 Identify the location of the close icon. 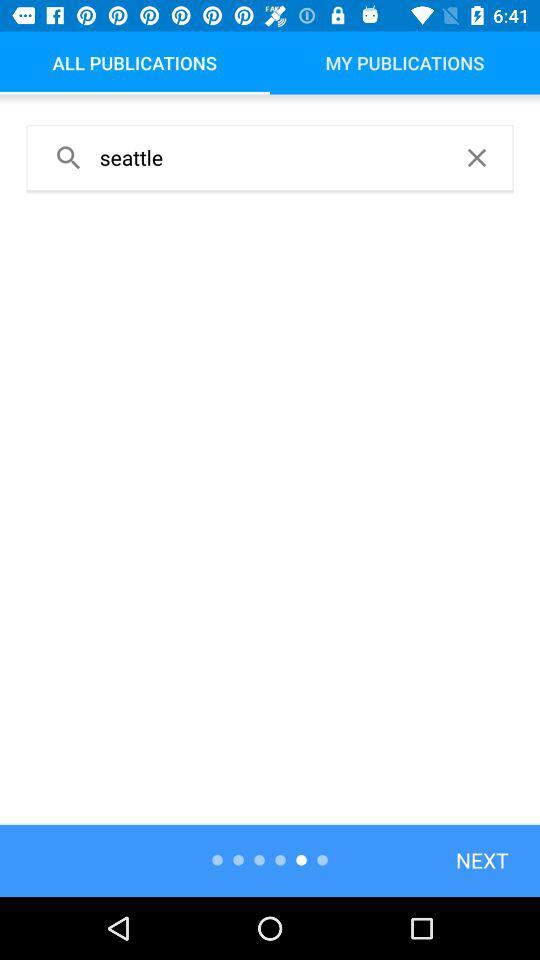
(475, 156).